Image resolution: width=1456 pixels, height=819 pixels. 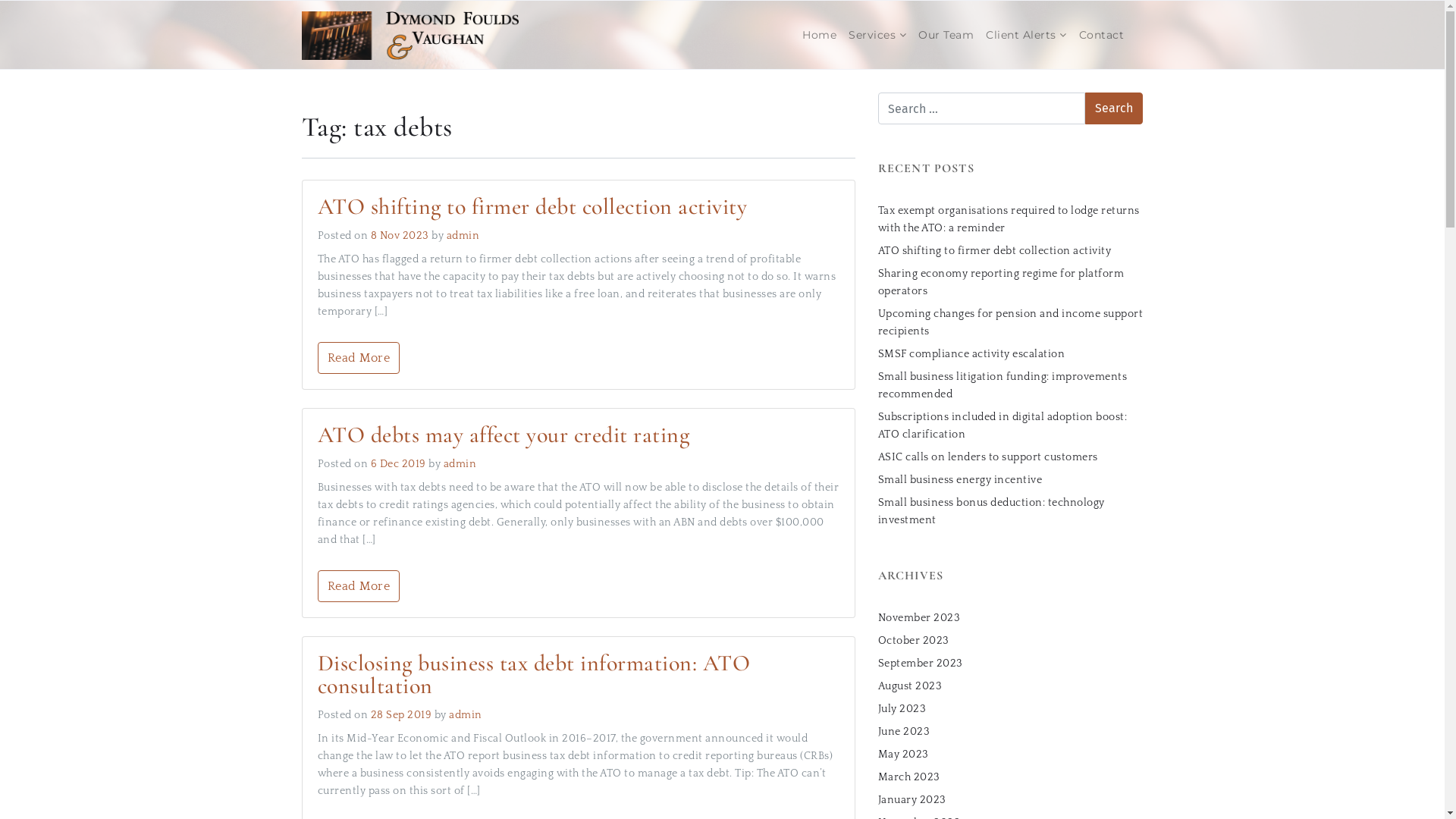 What do you see at coordinates (1113, 107) in the screenshot?
I see `'Search'` at bounding box center [1113, 107].